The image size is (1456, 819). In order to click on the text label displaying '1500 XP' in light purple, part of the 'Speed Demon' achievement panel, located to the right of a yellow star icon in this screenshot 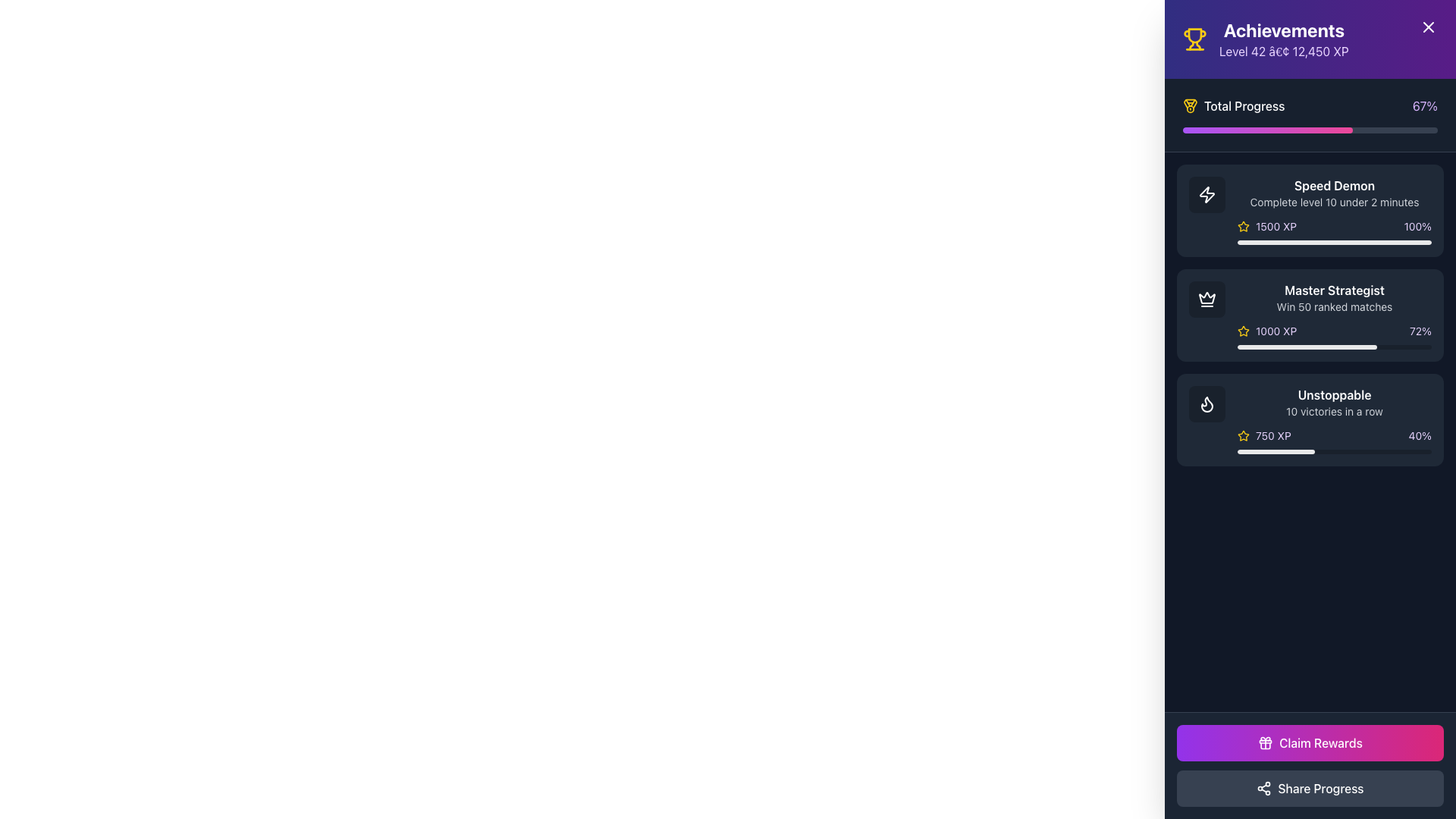, I will do `click(1276, 227)`.